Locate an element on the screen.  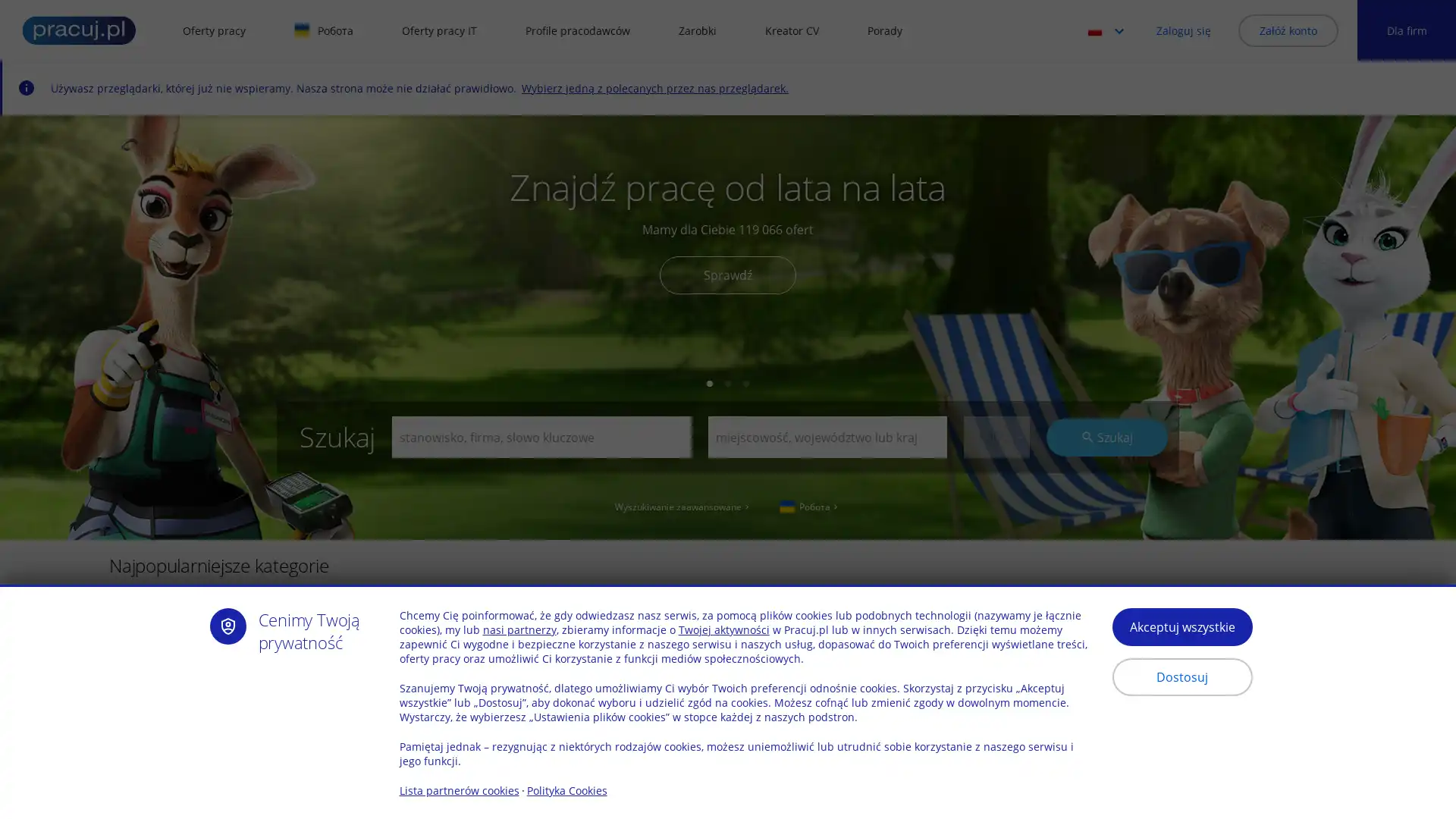
pl is located at coordinates (1110, 30).